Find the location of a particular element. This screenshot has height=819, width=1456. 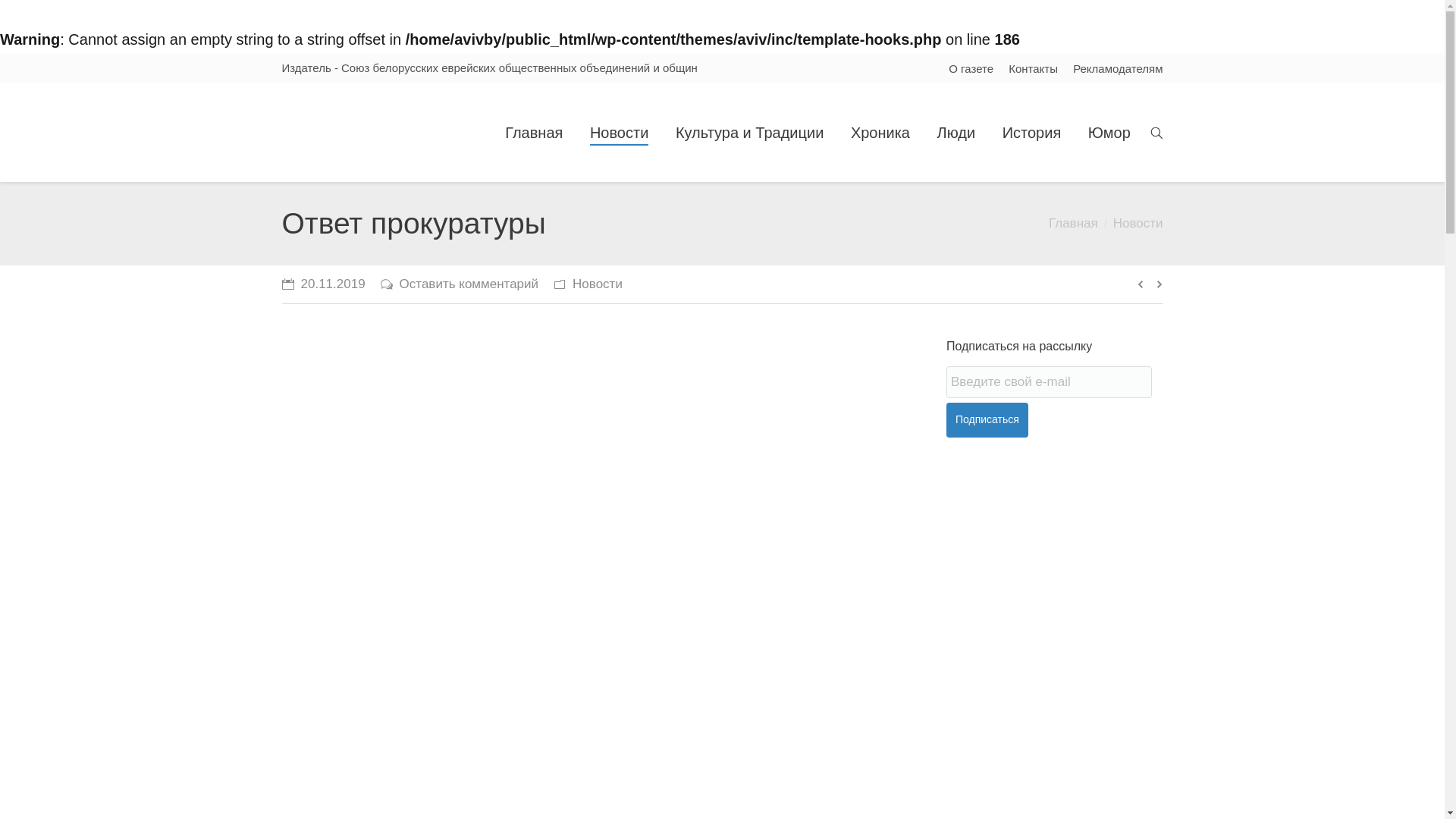

'Go!' is located at coordinates (17, 12).